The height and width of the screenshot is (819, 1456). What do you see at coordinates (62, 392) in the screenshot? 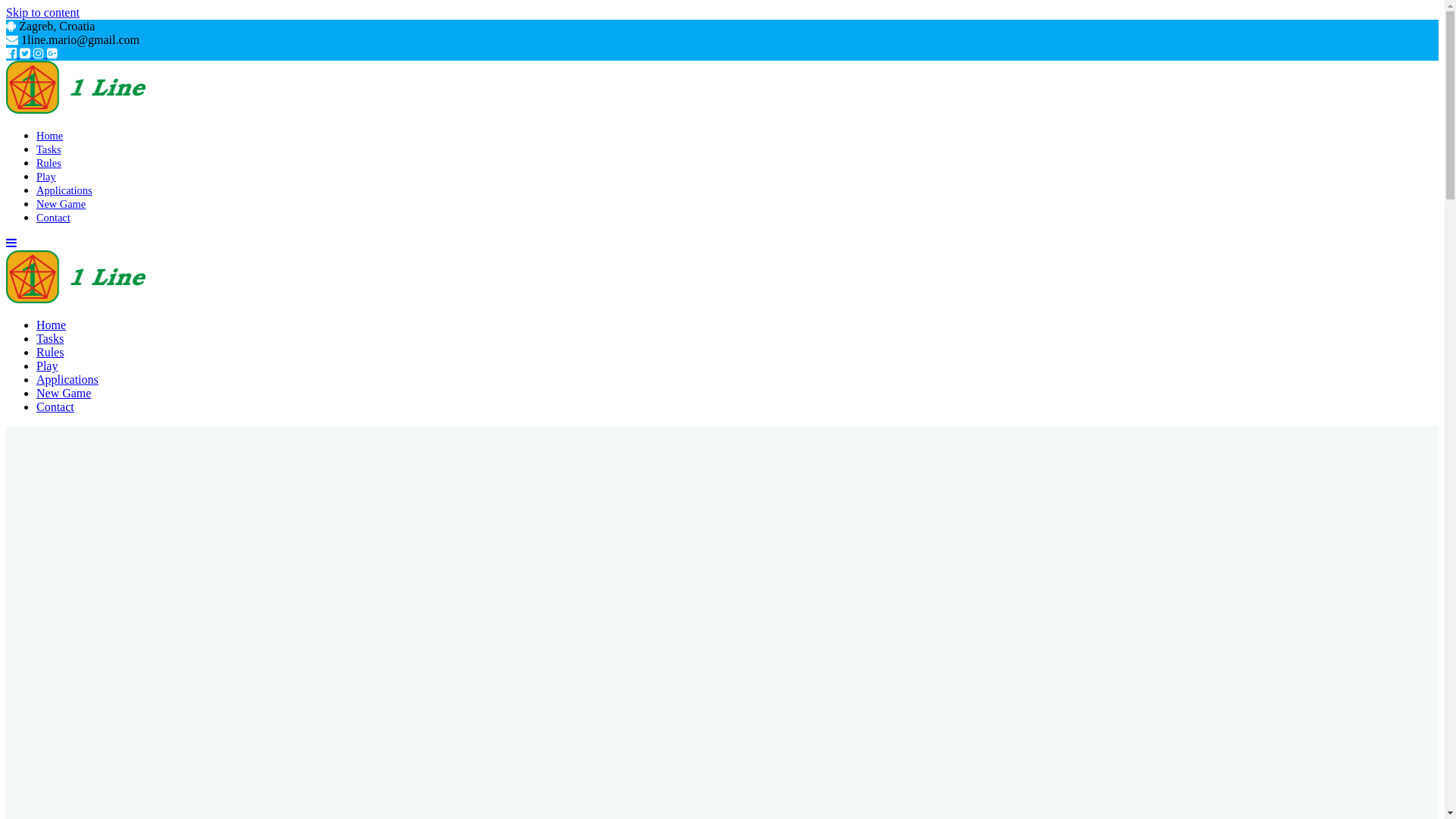
I see `'New Game'` at bounding box center [62, 392].